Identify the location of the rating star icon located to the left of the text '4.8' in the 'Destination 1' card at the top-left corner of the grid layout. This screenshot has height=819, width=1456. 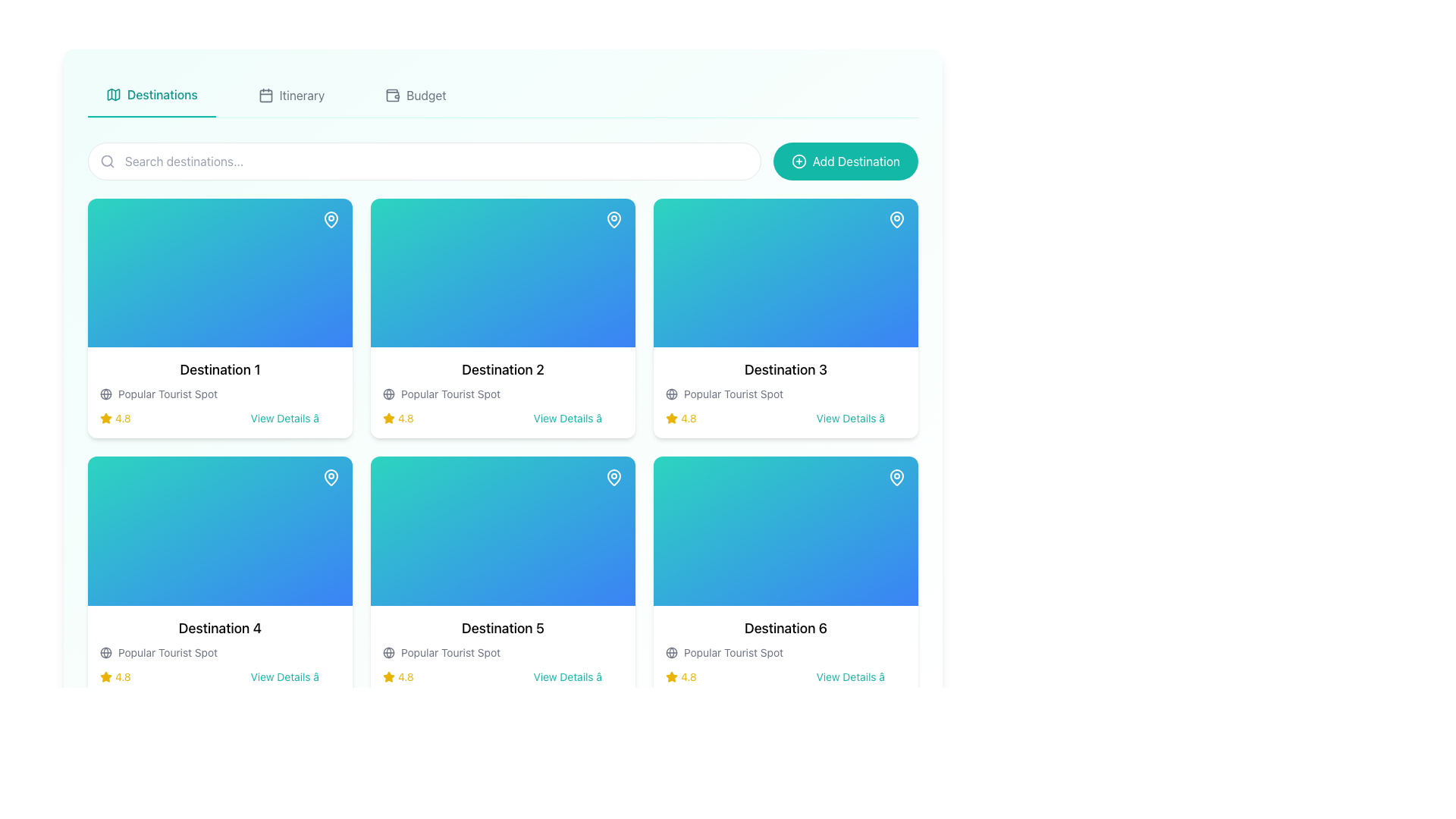
(105, 419).